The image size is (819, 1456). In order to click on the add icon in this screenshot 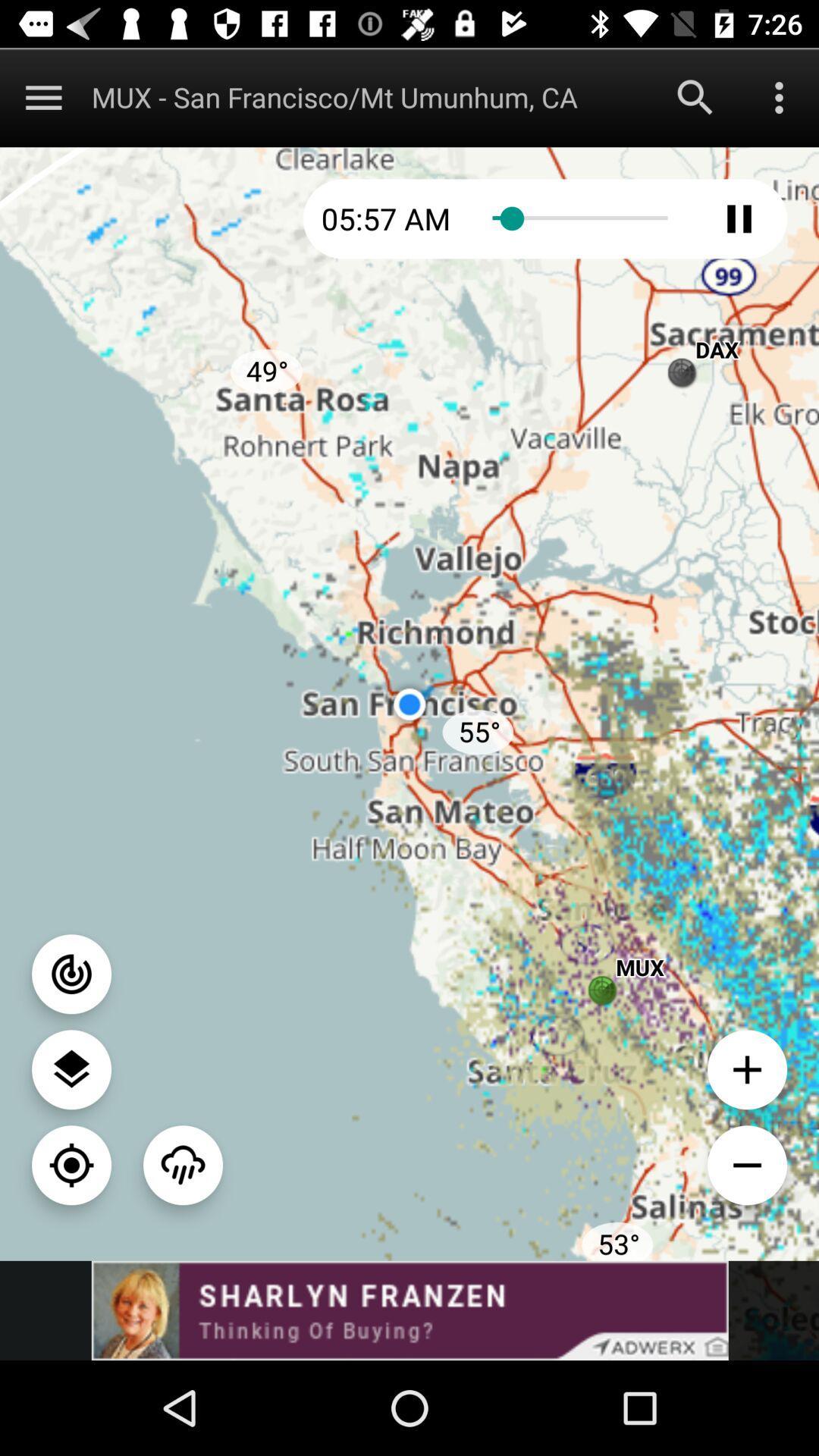, I will do `click(746, 1068)`.